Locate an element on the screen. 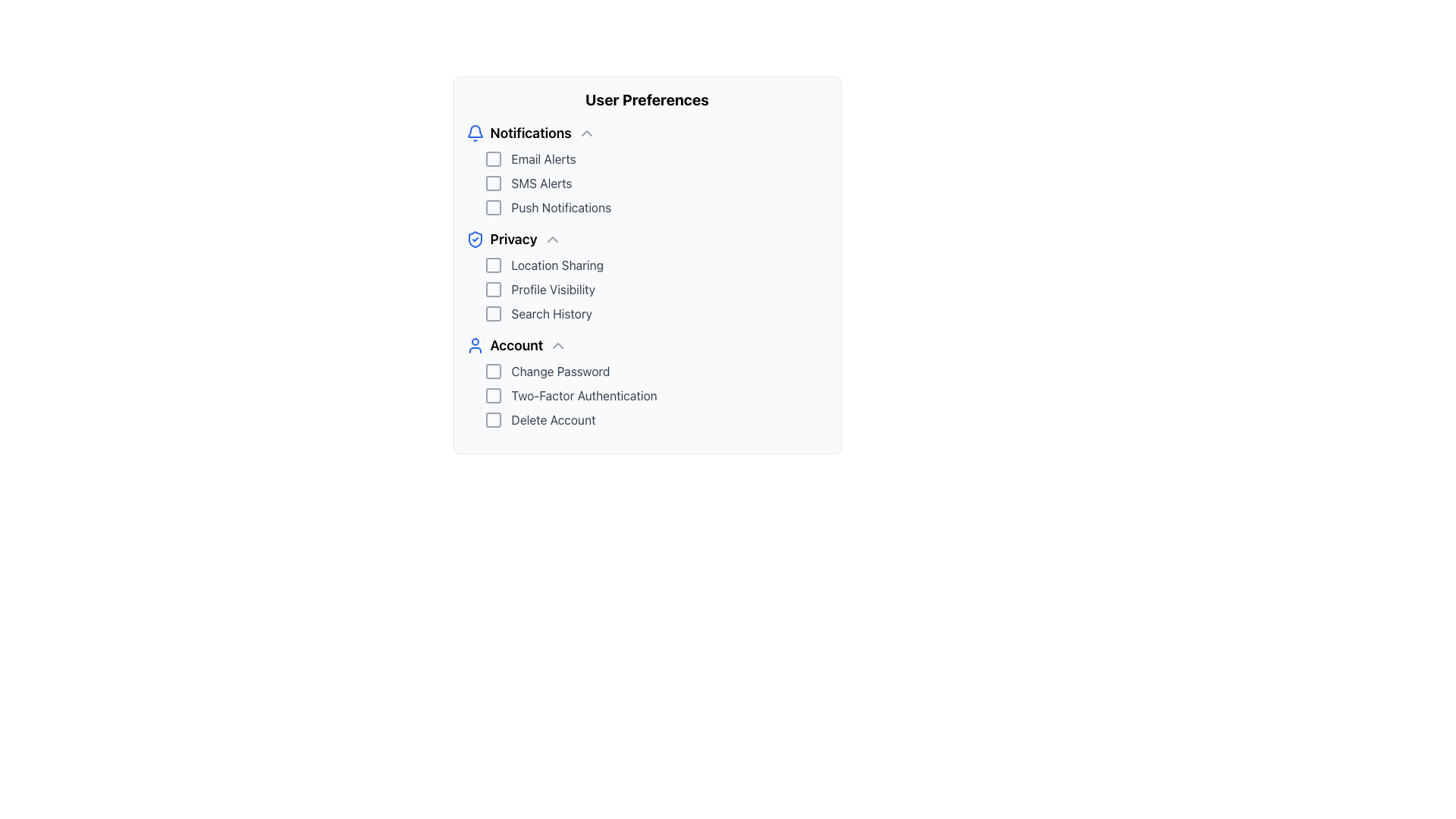  the account settings icon located in the 'Account' section of the user preferences panel for additional information is located at coordinates (474, 345).